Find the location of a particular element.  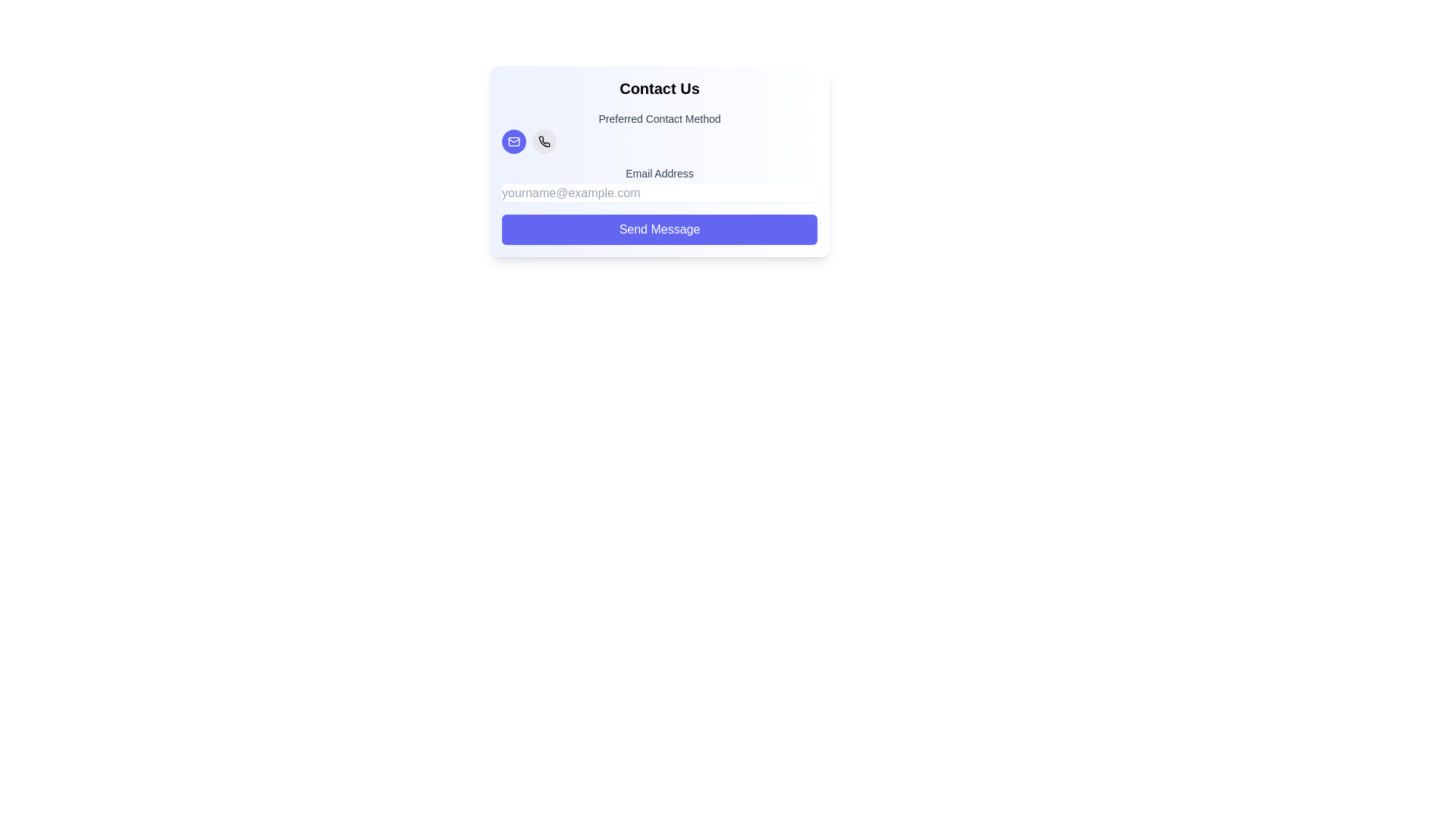

the text label reading 'Preferred Contact Method', which is styled in bold dark gray and centrally aligned above the contact method icons is located at coordinates (659, 118).